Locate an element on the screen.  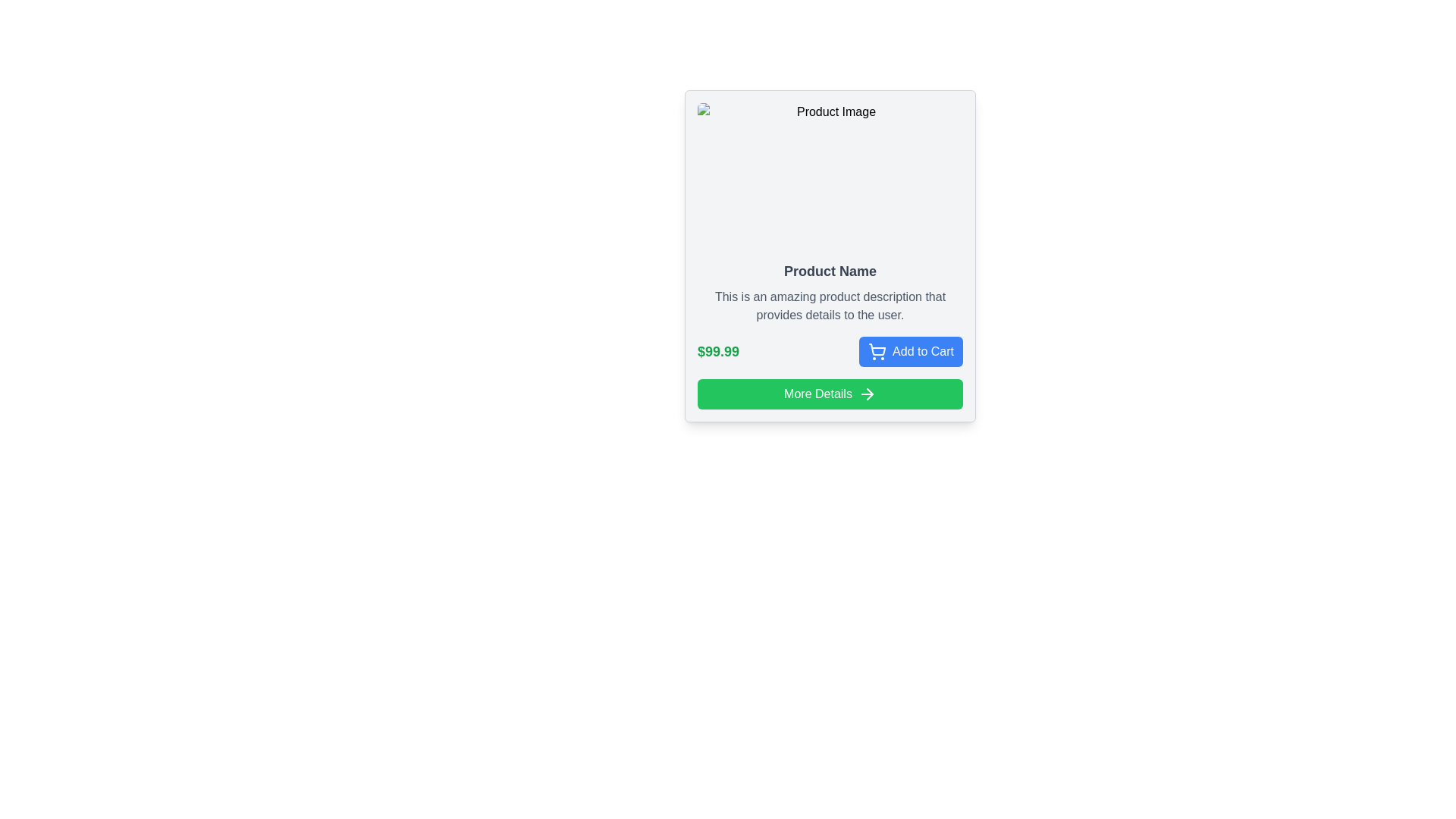
the text element displaying 'This is an amazing product description that provides details to the user.' which is positioned below the 'Product Name' text is located at coordinates (829, 306).